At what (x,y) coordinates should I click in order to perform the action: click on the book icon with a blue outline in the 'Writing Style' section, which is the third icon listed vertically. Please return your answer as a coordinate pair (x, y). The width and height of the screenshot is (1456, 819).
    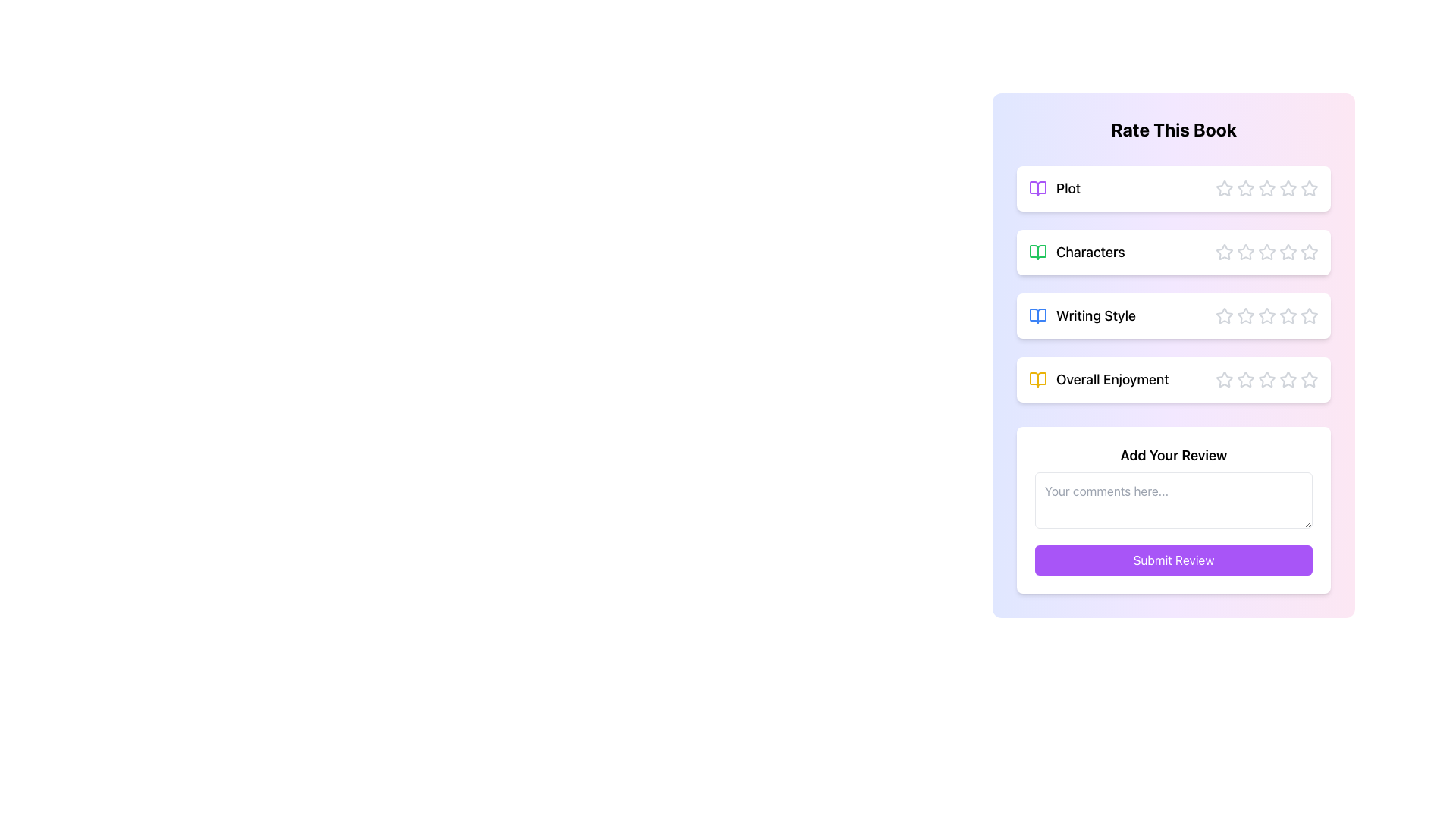
    Looking at the image, I should click on (1037, 315).